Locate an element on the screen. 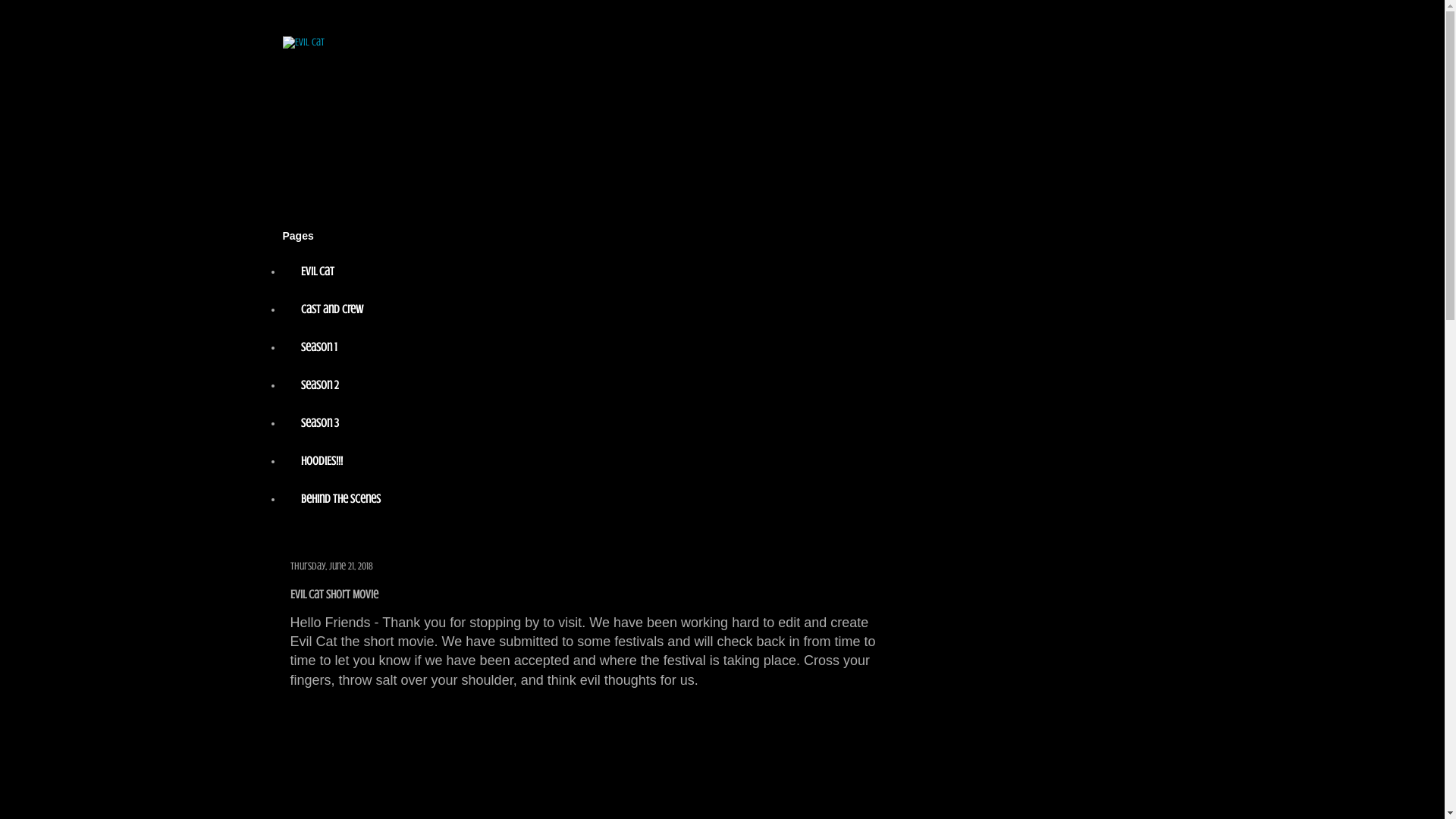 This screenshot has width=1456, height=819. 'Evil Cat' is located at coordinates (282, 271).